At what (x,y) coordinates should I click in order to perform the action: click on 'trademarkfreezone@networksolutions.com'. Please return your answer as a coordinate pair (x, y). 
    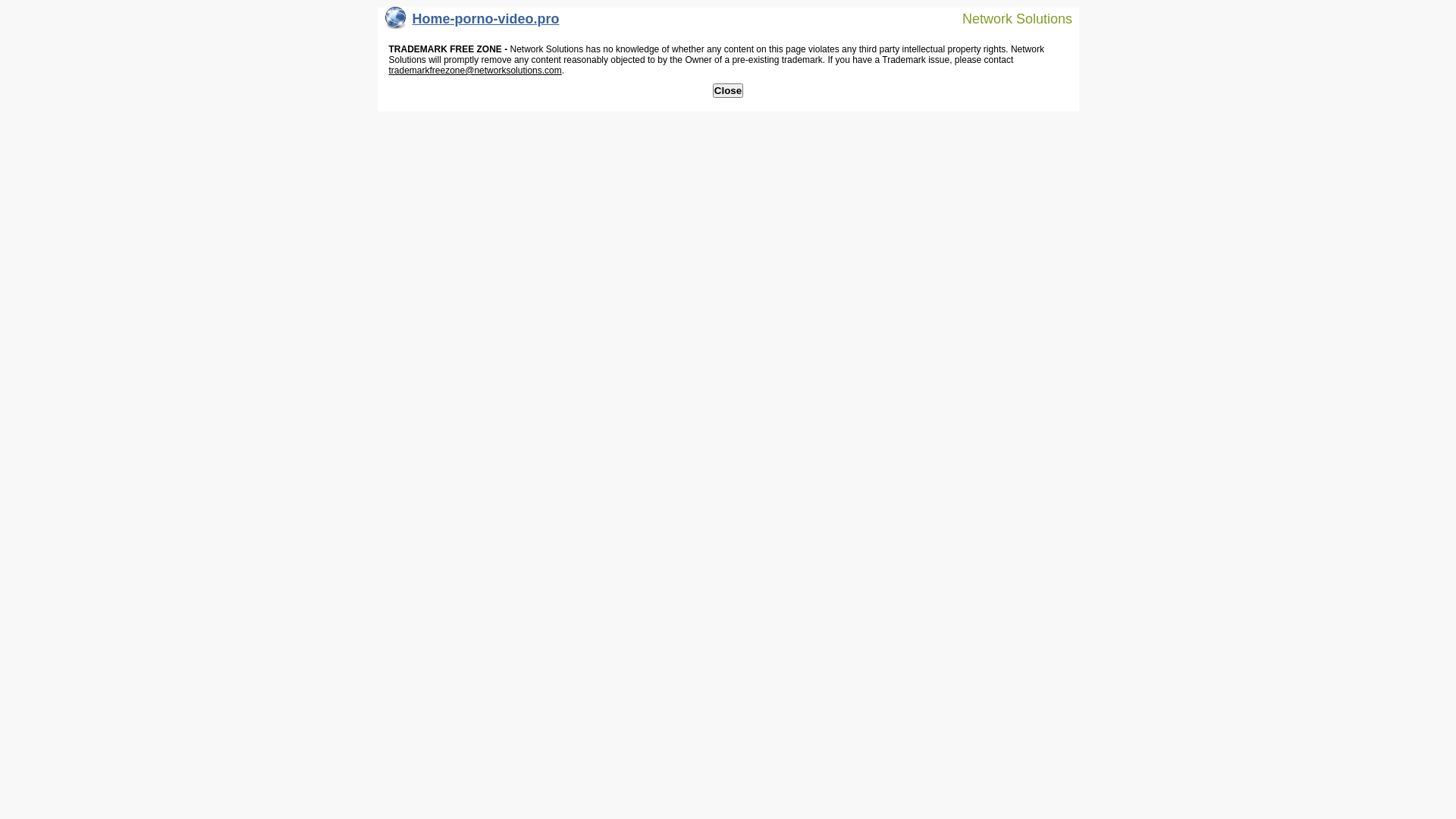
    Looking at the image, I should click on (388, 70).